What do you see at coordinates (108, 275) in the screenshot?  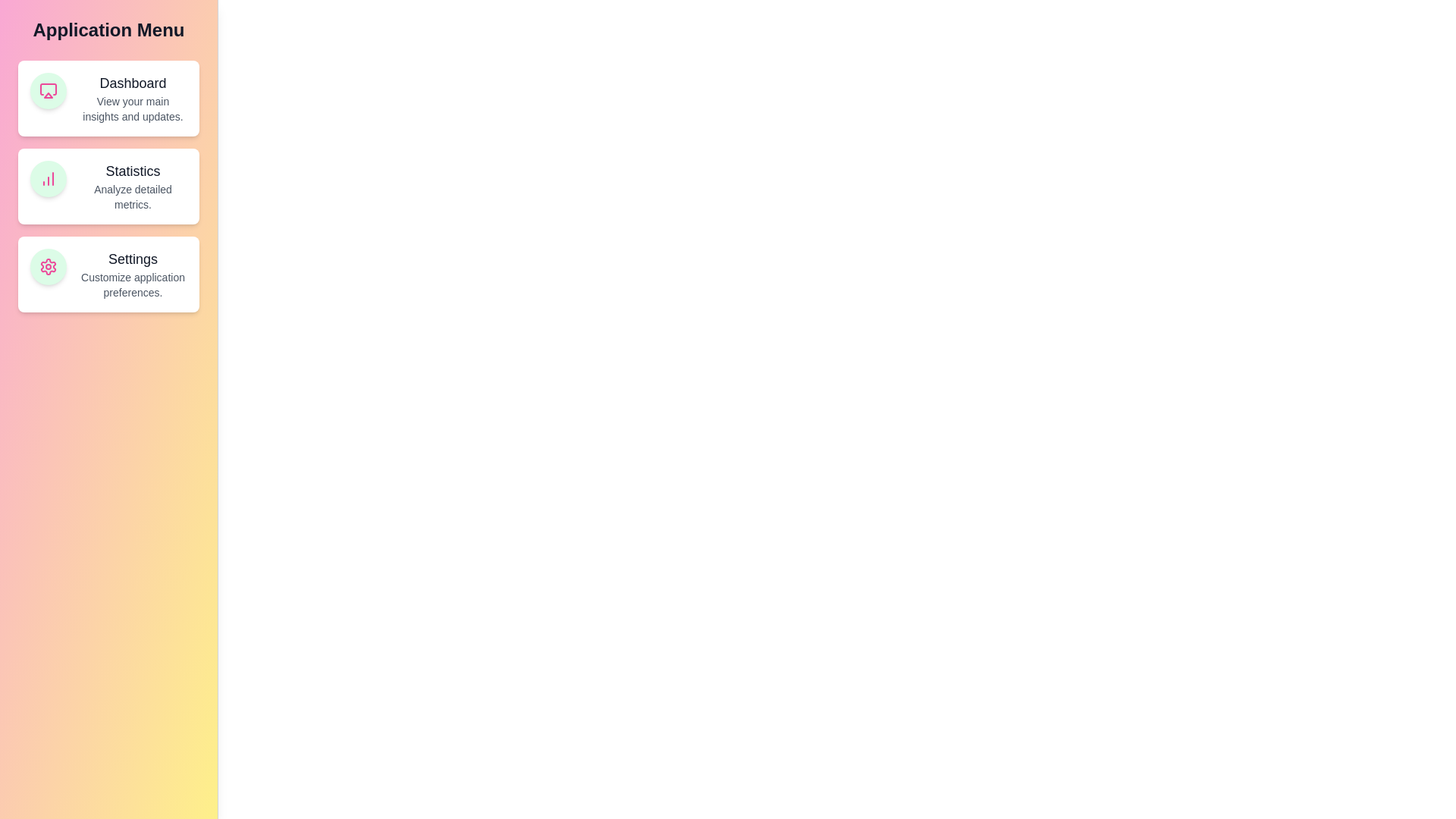 I see `the feature card titled Settings` at bounding box center [108, 275].